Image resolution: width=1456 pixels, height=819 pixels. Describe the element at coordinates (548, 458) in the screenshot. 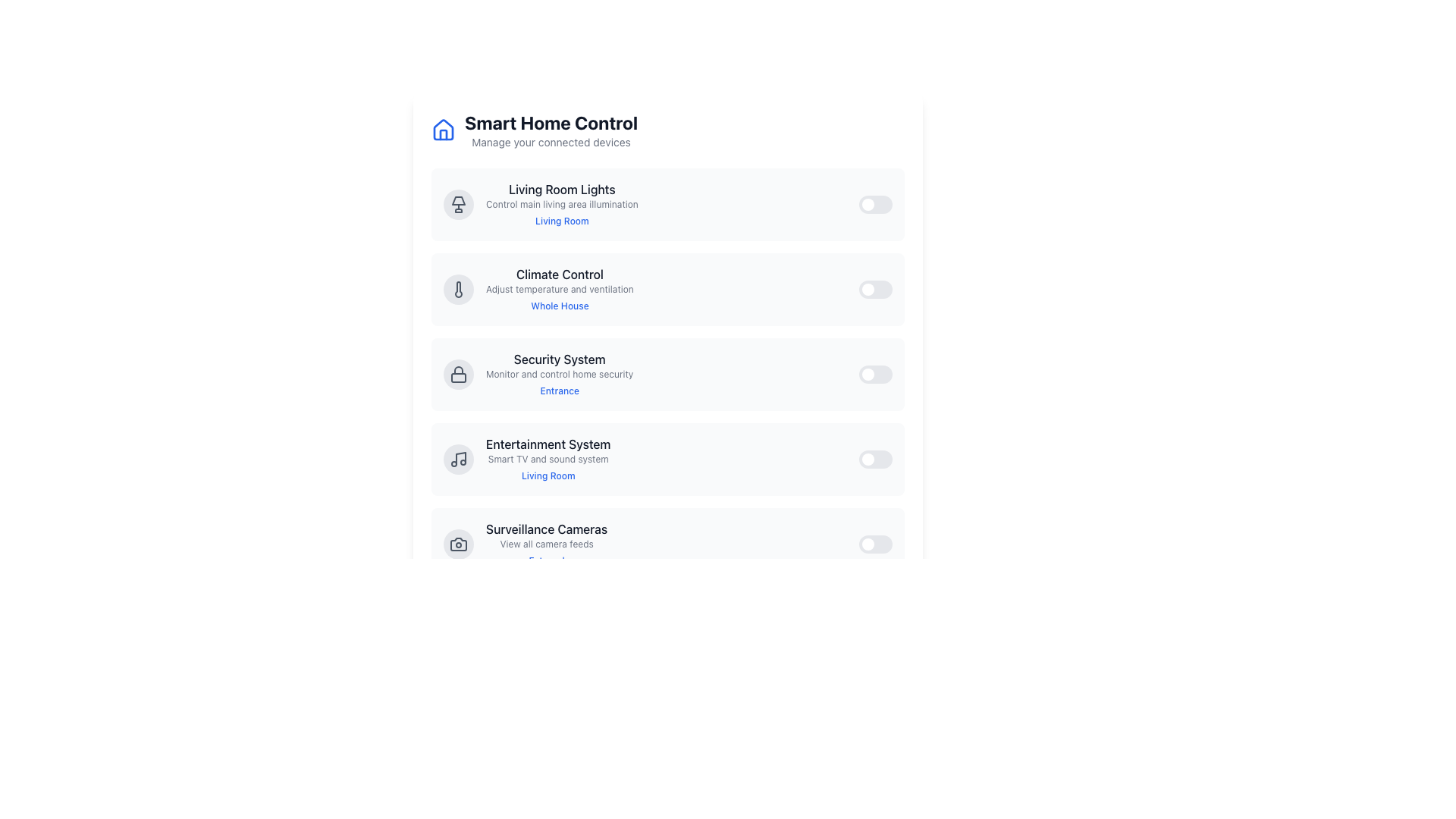

I see `the static text label that describes the components of the 'Entertainment System' feature, positioned below the heading 'Entertainment System' and above 'Living Room'` at that location.